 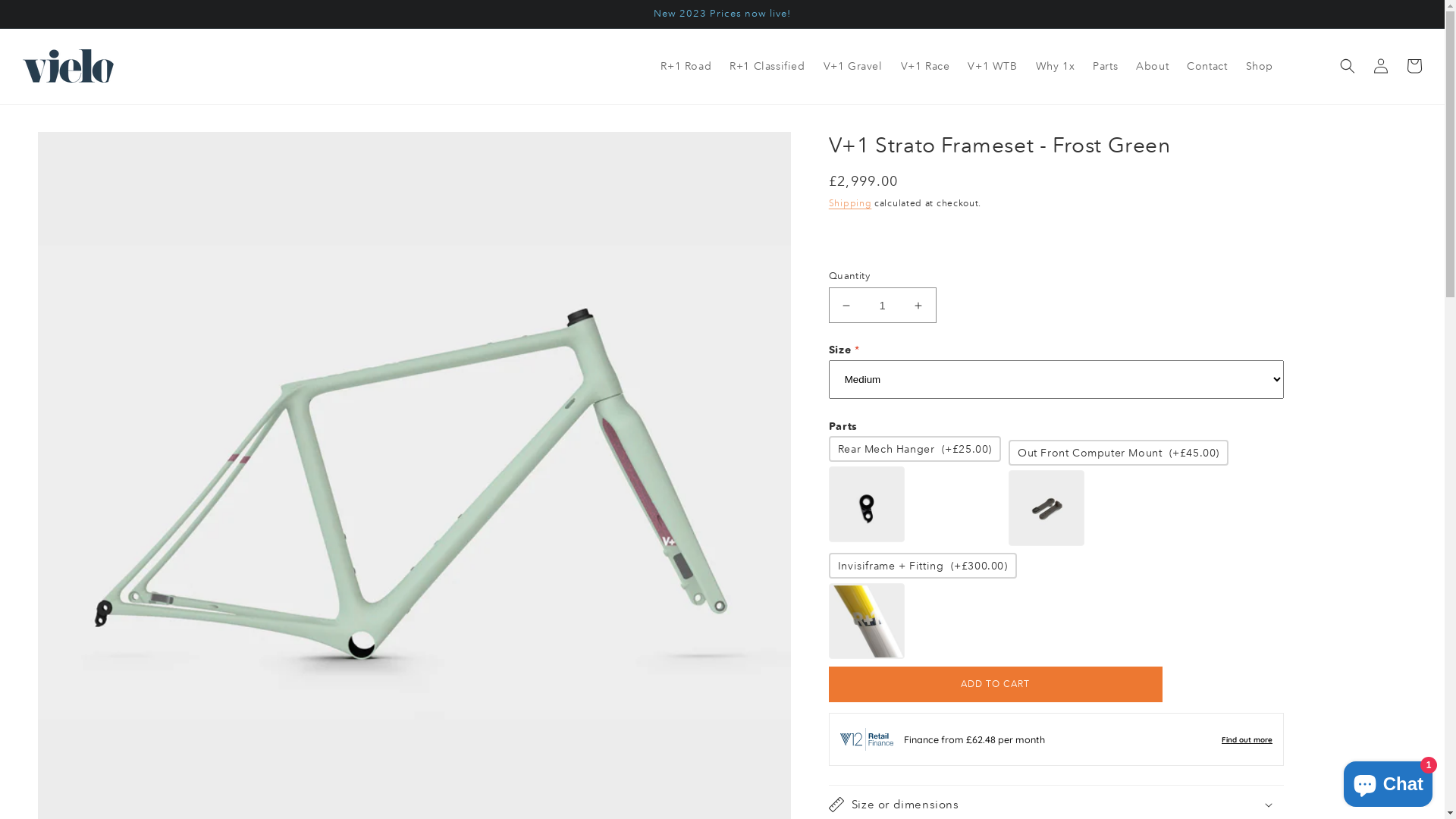 What do you see at coordinates (1055, 65) in the screenshot?
I see `'Why 1x'` at bounding box center [1055, 65].